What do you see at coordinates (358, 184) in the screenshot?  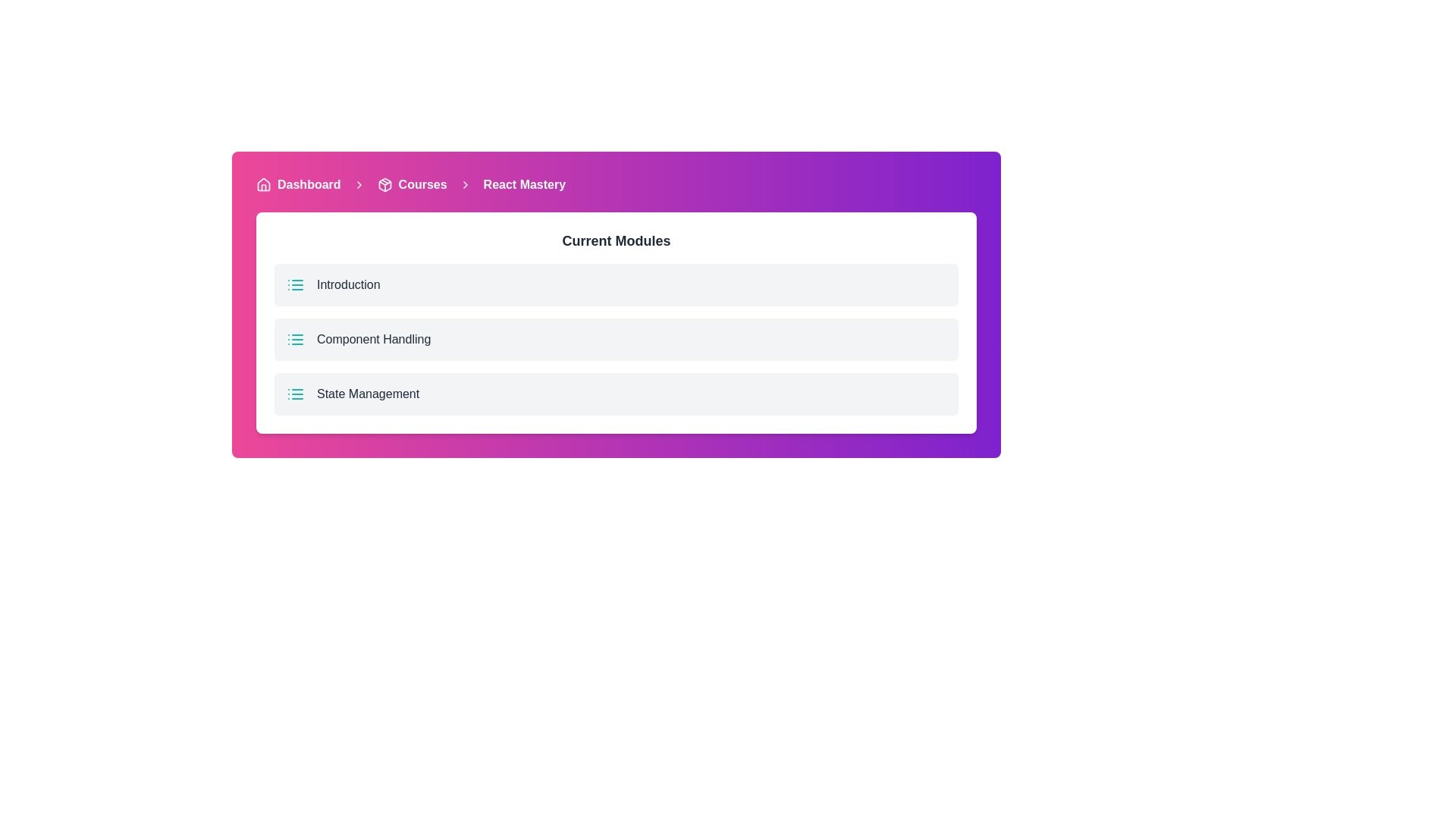 I see `the second arrow separator in the breadcrumb navigation bar, which visually separates 'Dashboard' and 'Courses' links` at bounding box center [358, 184].